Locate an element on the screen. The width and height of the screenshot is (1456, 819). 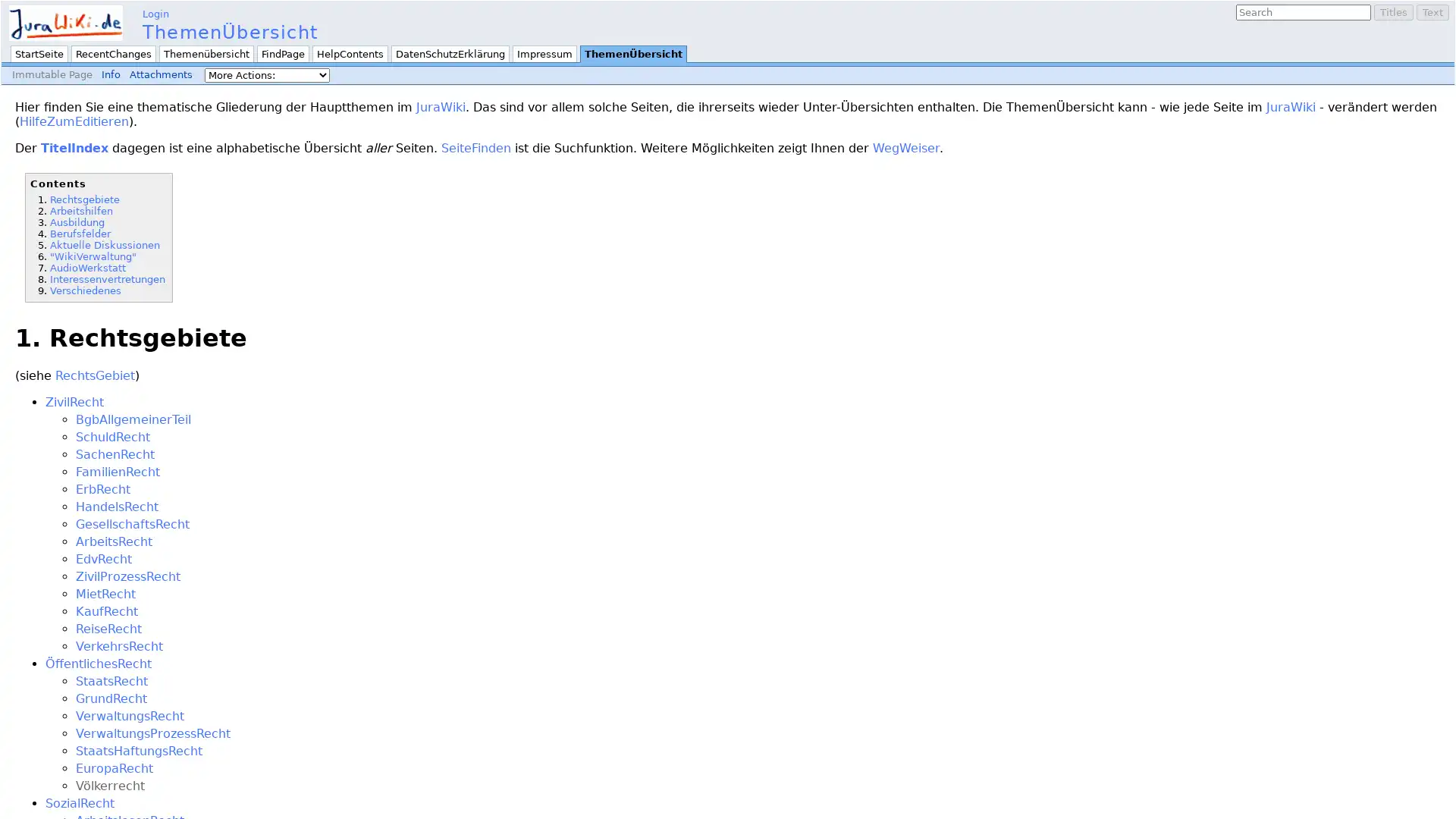
Text is located at coordinates (1432, 12).